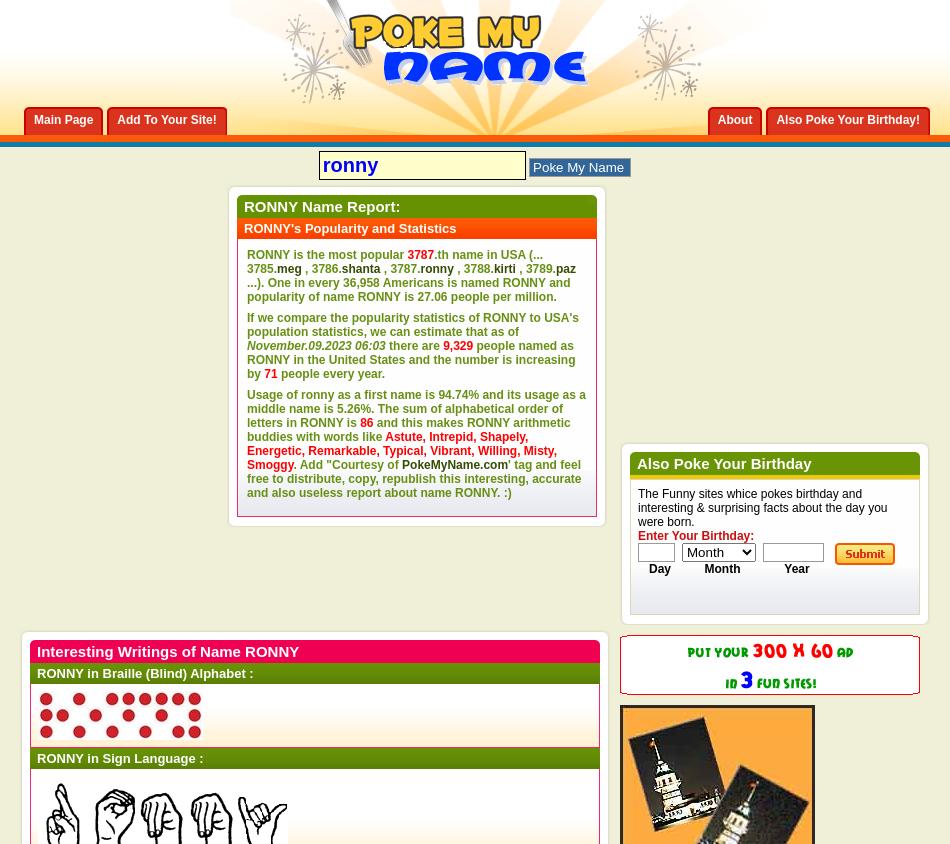  Describe the element at coordinates (415, 401) in the screenshot. I see `'% and its usage as a middle name is'` at that location.